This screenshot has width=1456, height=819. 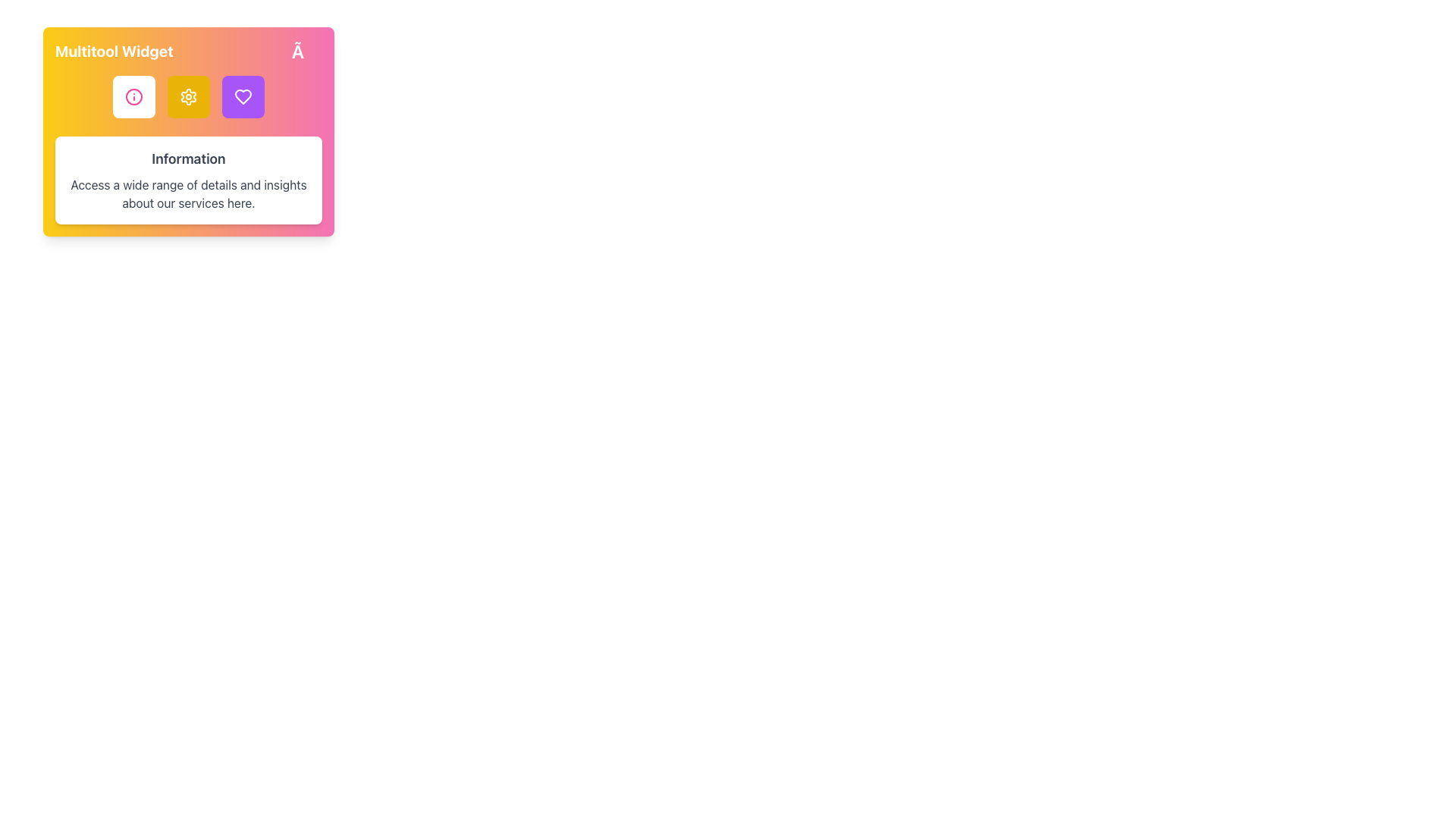 What do you see at coordinates (134, 96) in the screenshot?
I see `the leftmost circle icon in the Multitool Widget, which is part of the SVG graphics` at bounding box center [134, 96].